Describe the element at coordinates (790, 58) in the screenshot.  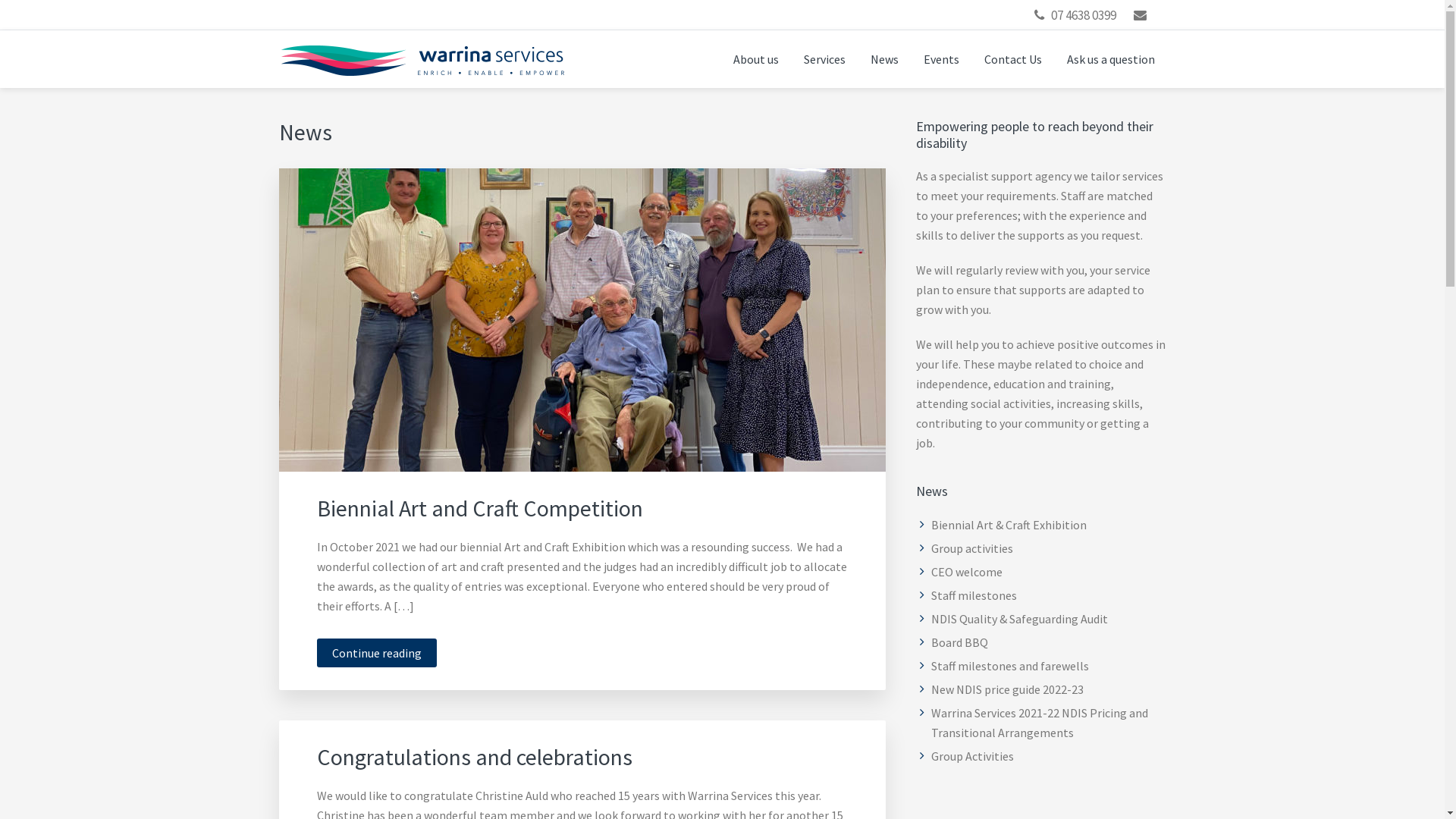
I see `'Services'` at that location.